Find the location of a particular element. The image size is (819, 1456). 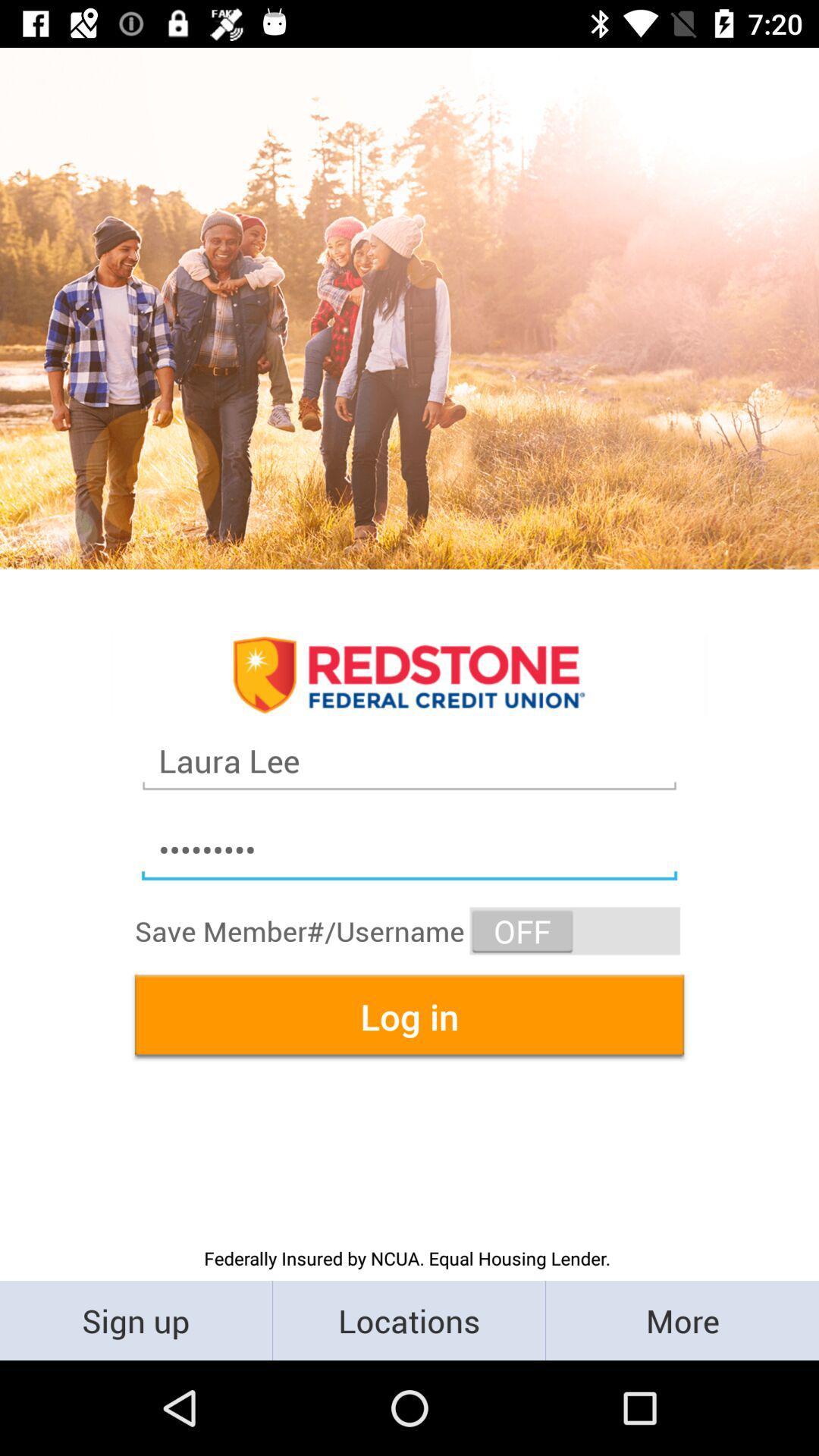

log in item is located at coordinates (409, 1016).